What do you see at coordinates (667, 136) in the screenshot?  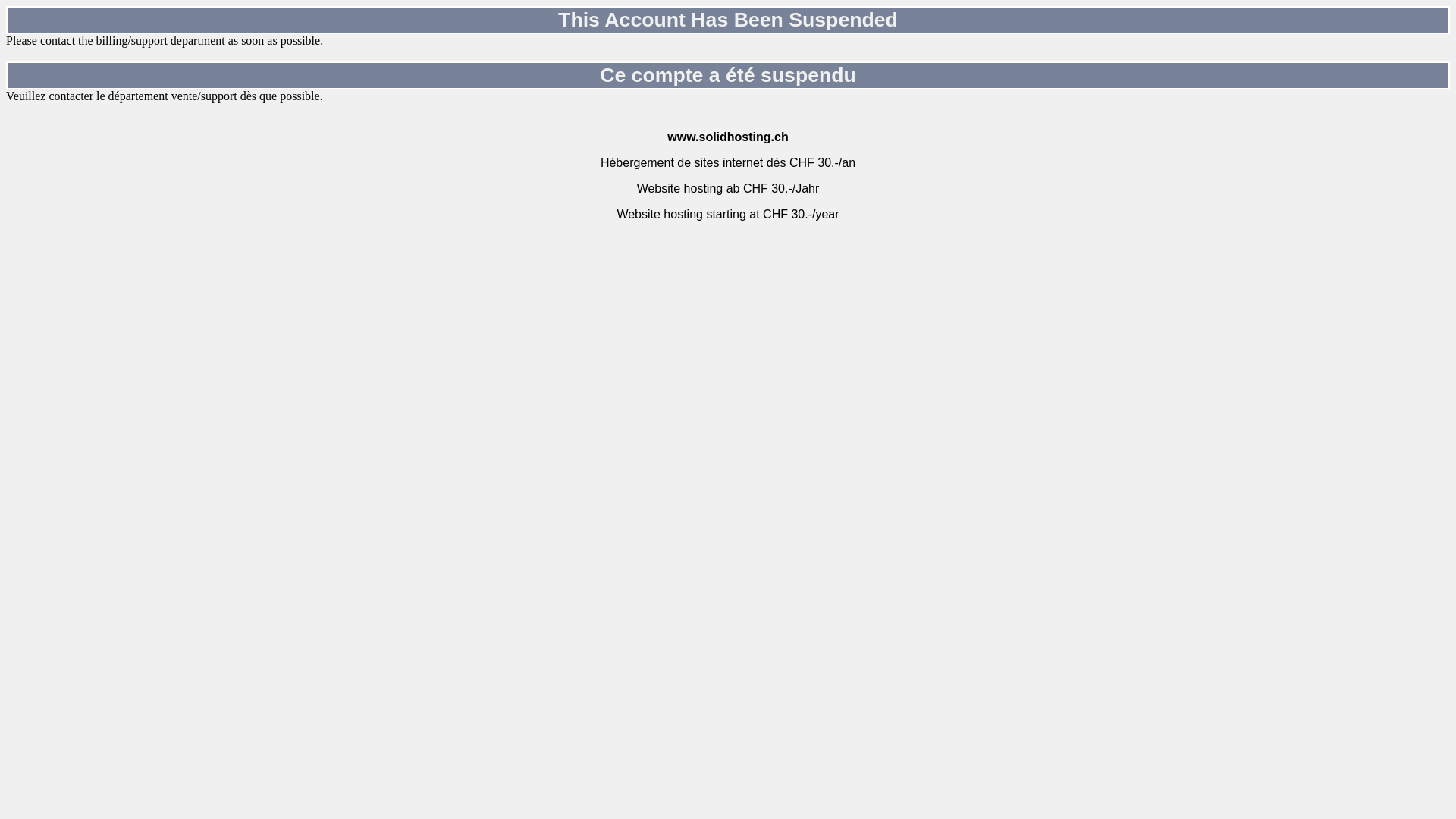 I see `'www.solidhosting.ch'` at bounding box center [667, 136].